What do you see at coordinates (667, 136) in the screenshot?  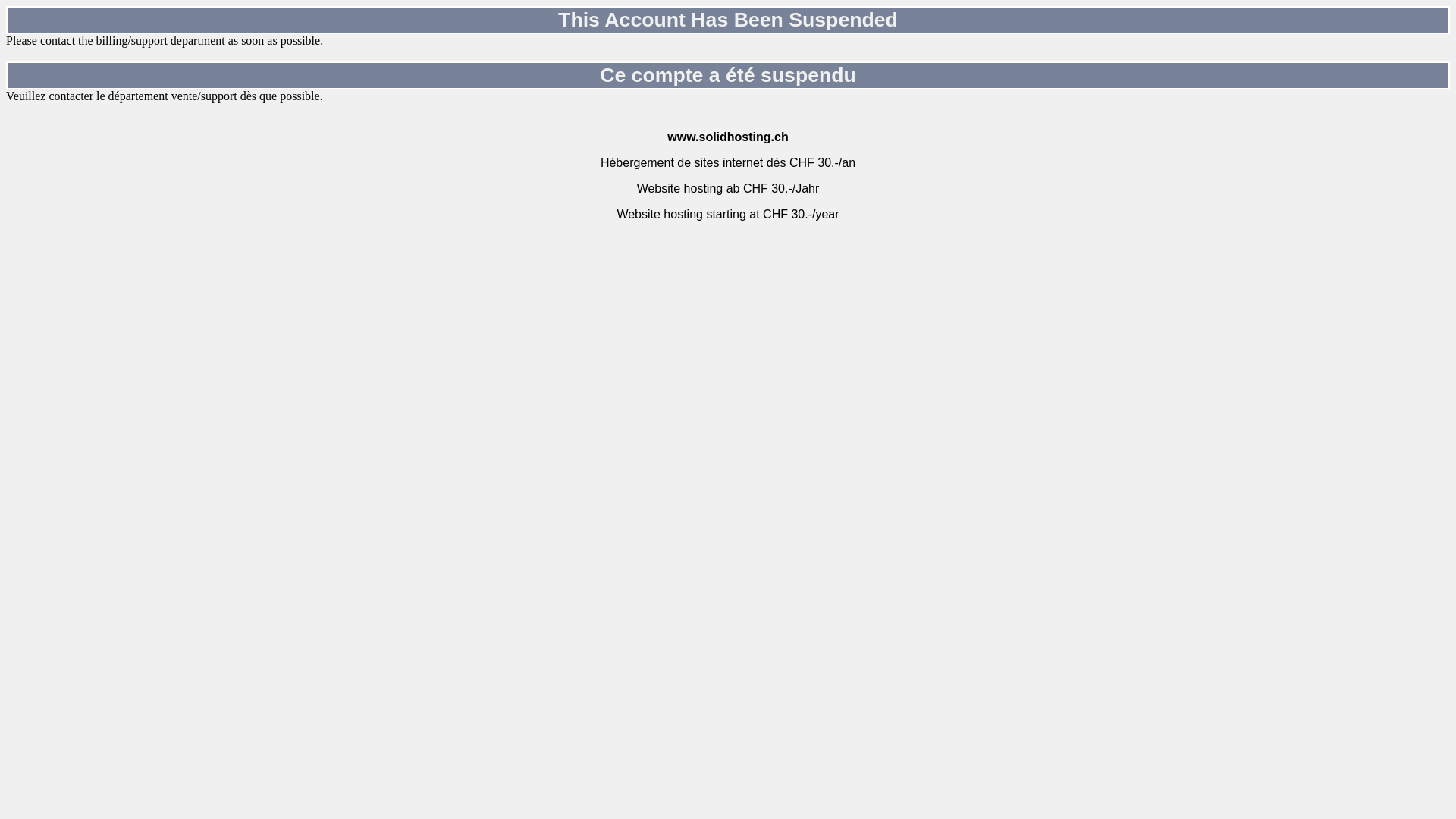 I see `'www.solidhosting.ch'` at bounding box center [667, 136].